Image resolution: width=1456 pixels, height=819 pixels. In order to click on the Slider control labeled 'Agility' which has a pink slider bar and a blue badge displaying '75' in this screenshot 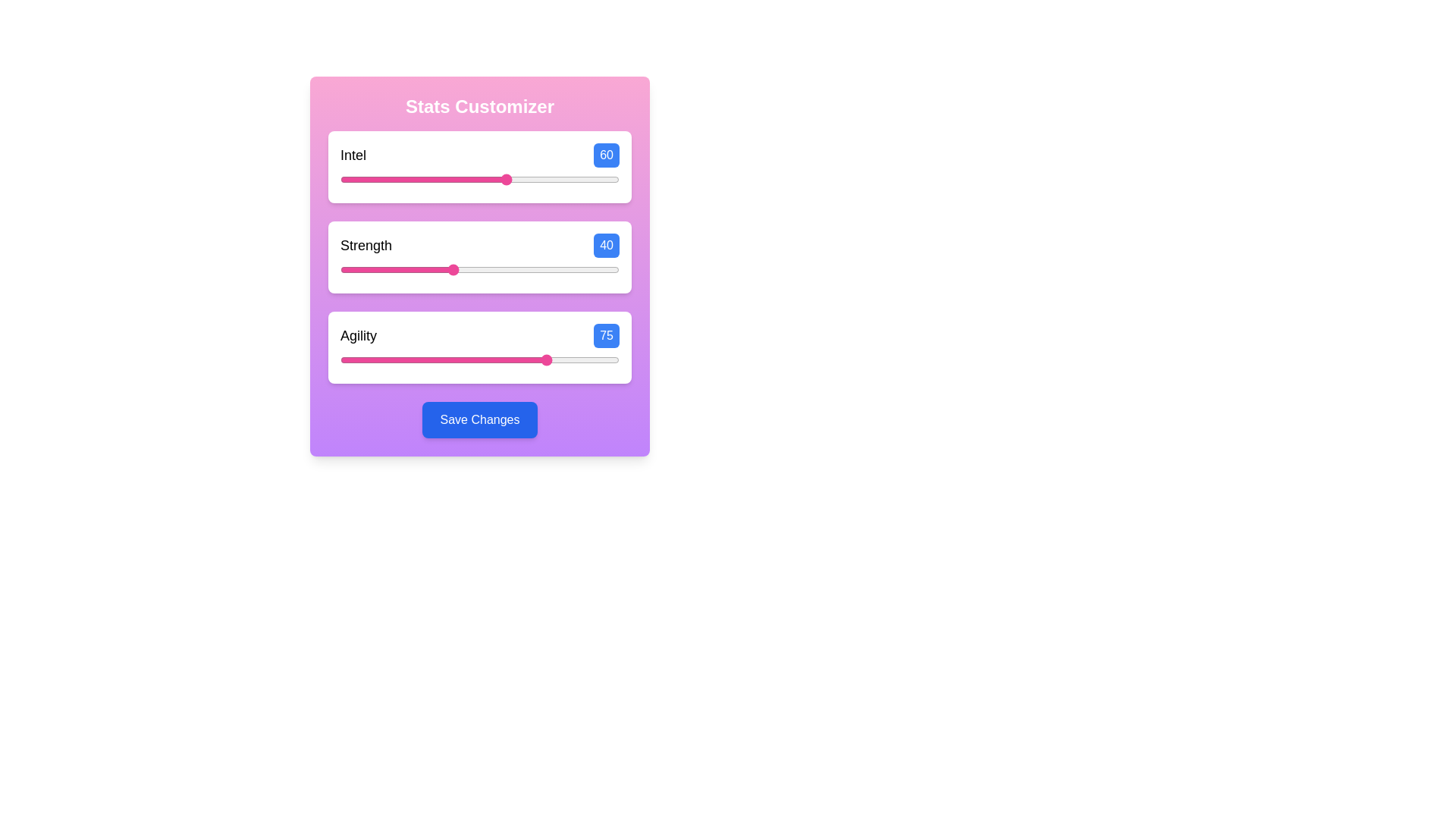, I will do `click(479, 347)`.